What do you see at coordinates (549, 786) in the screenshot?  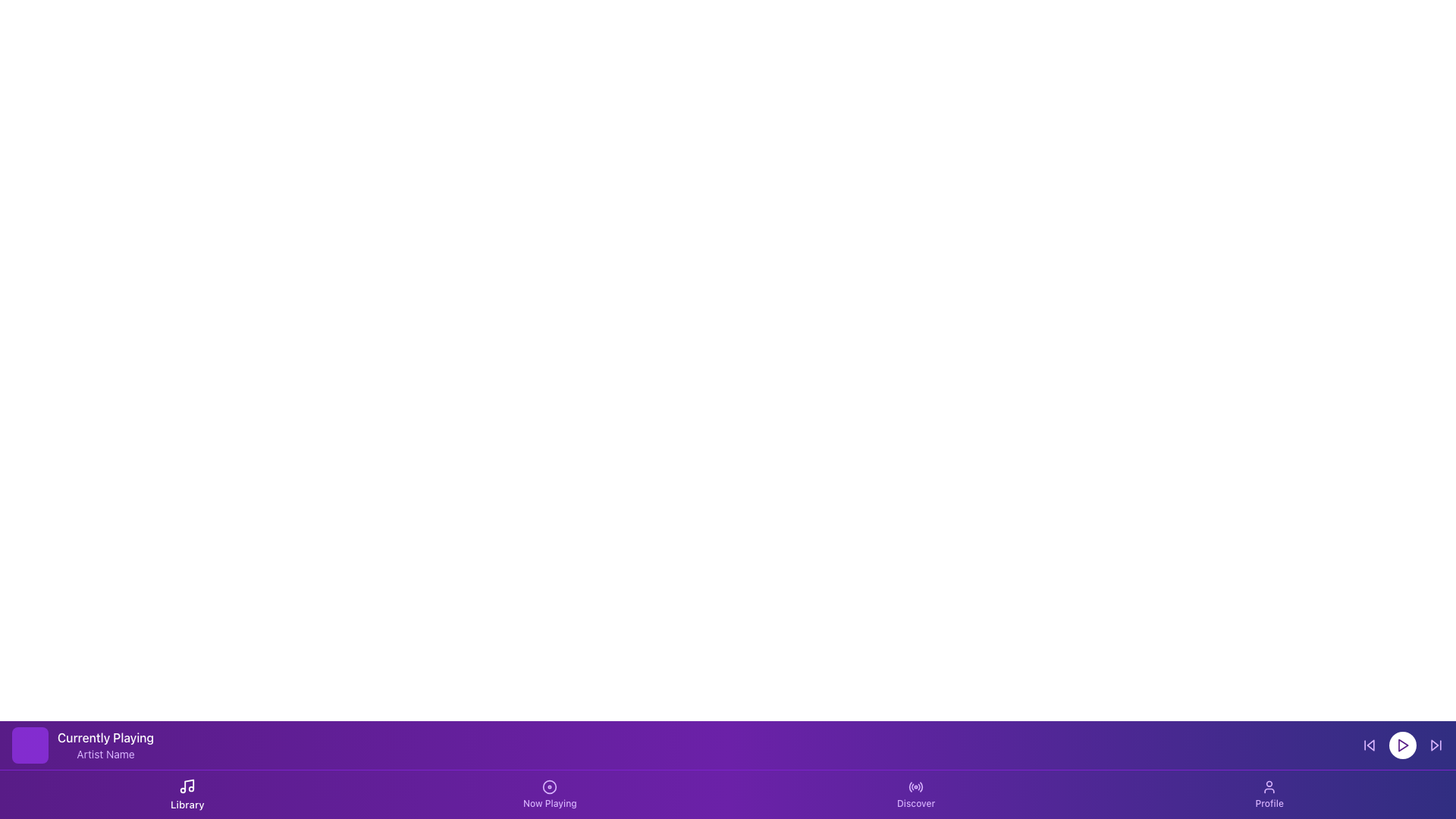 I see `the 'Now Playing' icon in the navigation bar` at bounding box center [549, 786].